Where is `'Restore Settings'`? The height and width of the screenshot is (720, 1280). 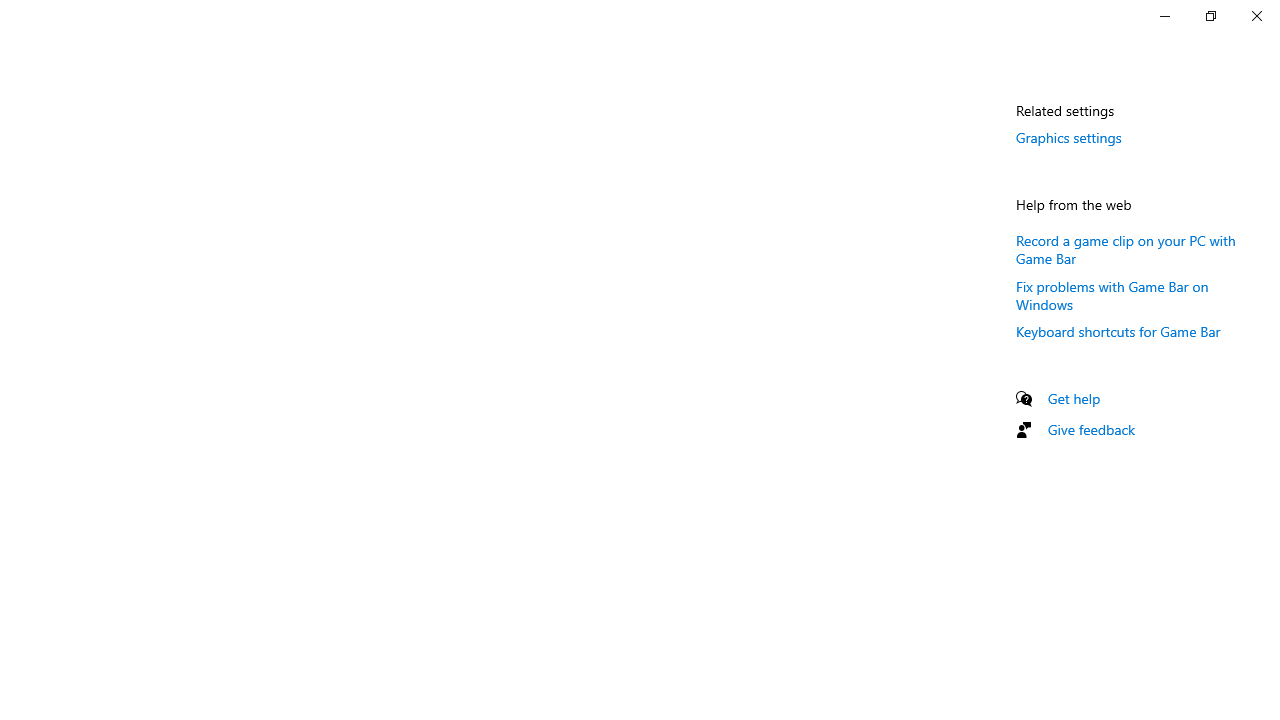
'Restore Settings' is located at coordinates (1209, 15).